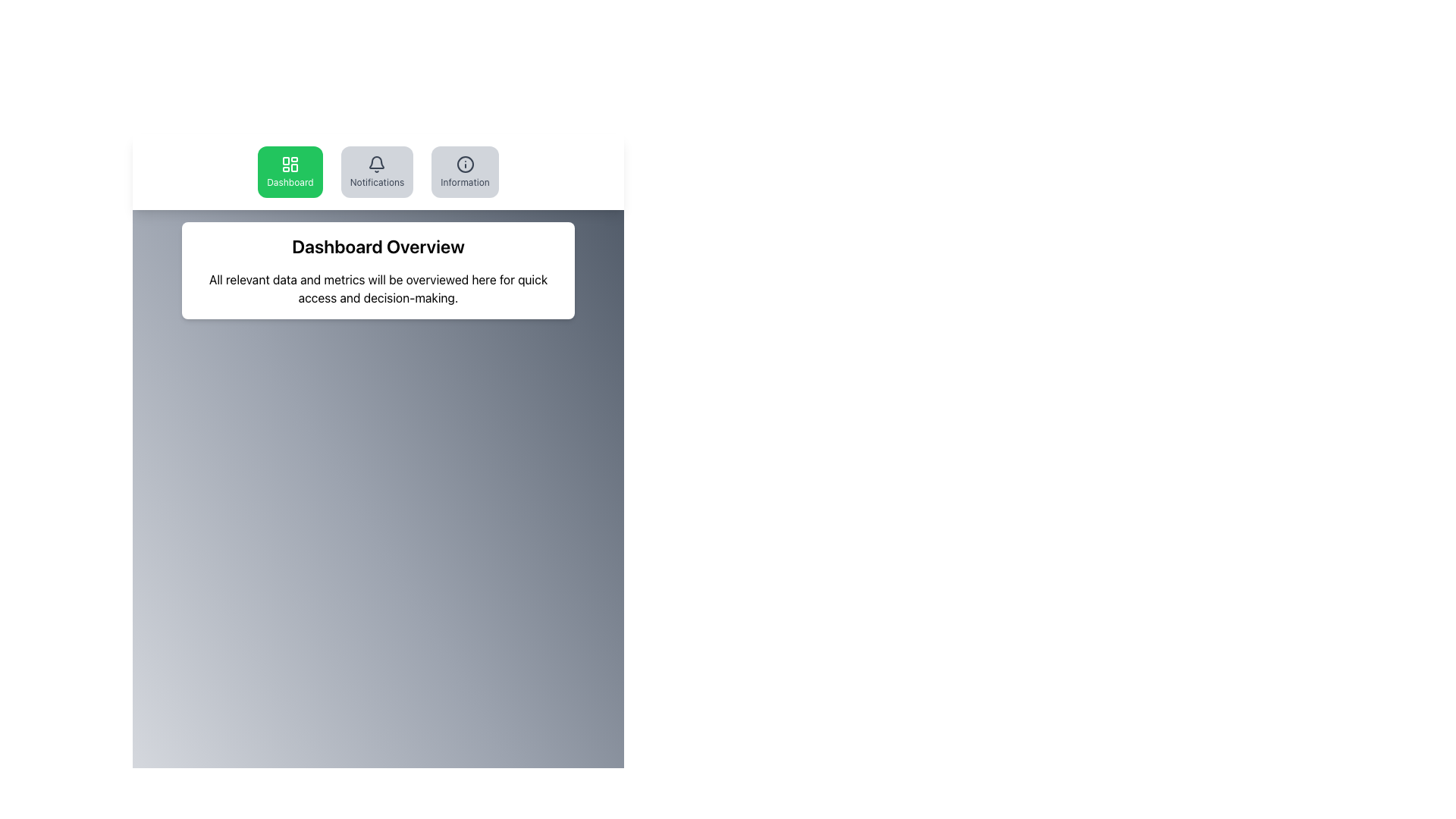  I want to click on the notification icon, which is a bell-shaped icon representing notifications, located in the top toolbar of the UI, so click(377, 162).